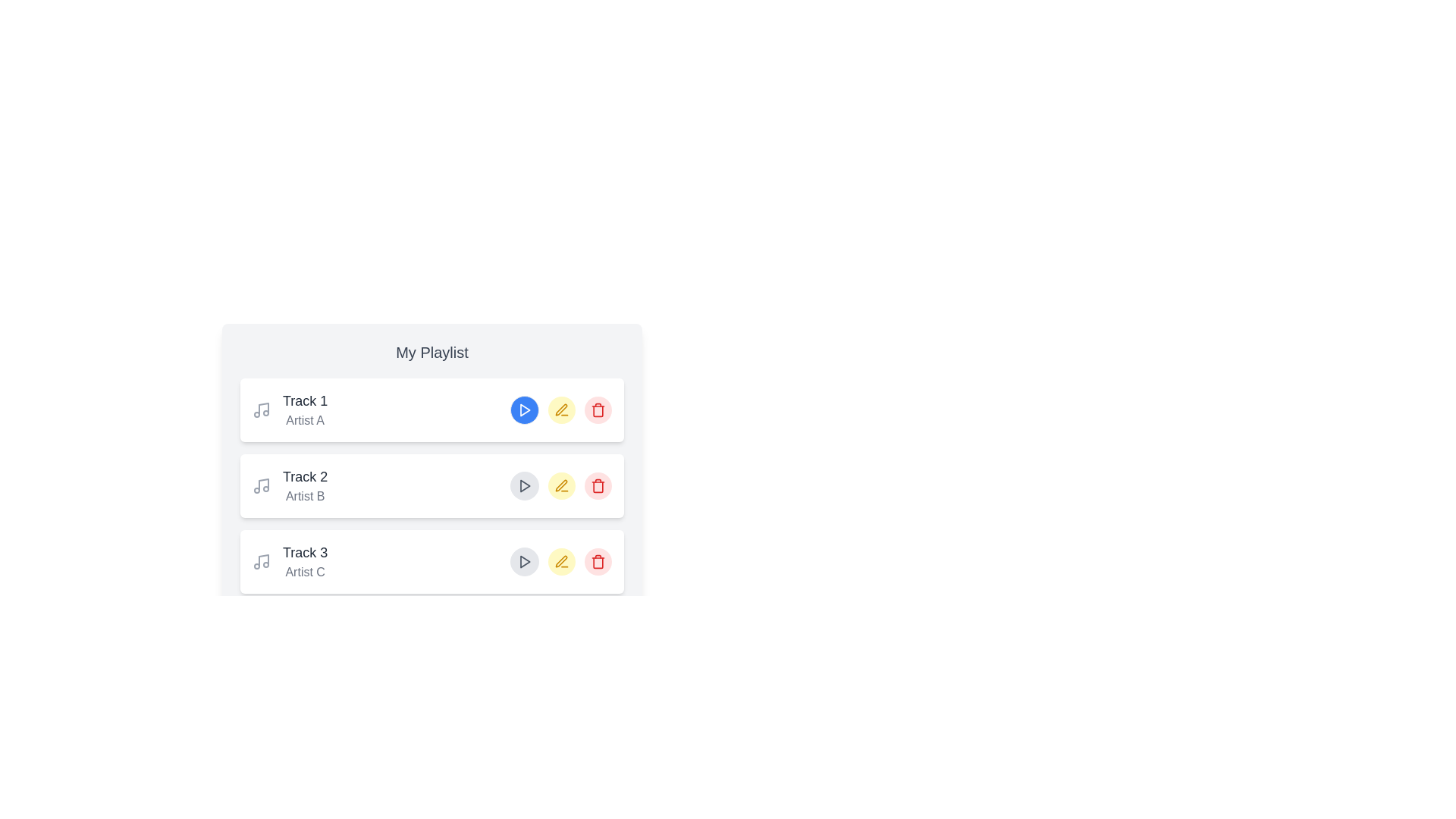  I want to click on the track to view its title and artist information, so click(290, 409).